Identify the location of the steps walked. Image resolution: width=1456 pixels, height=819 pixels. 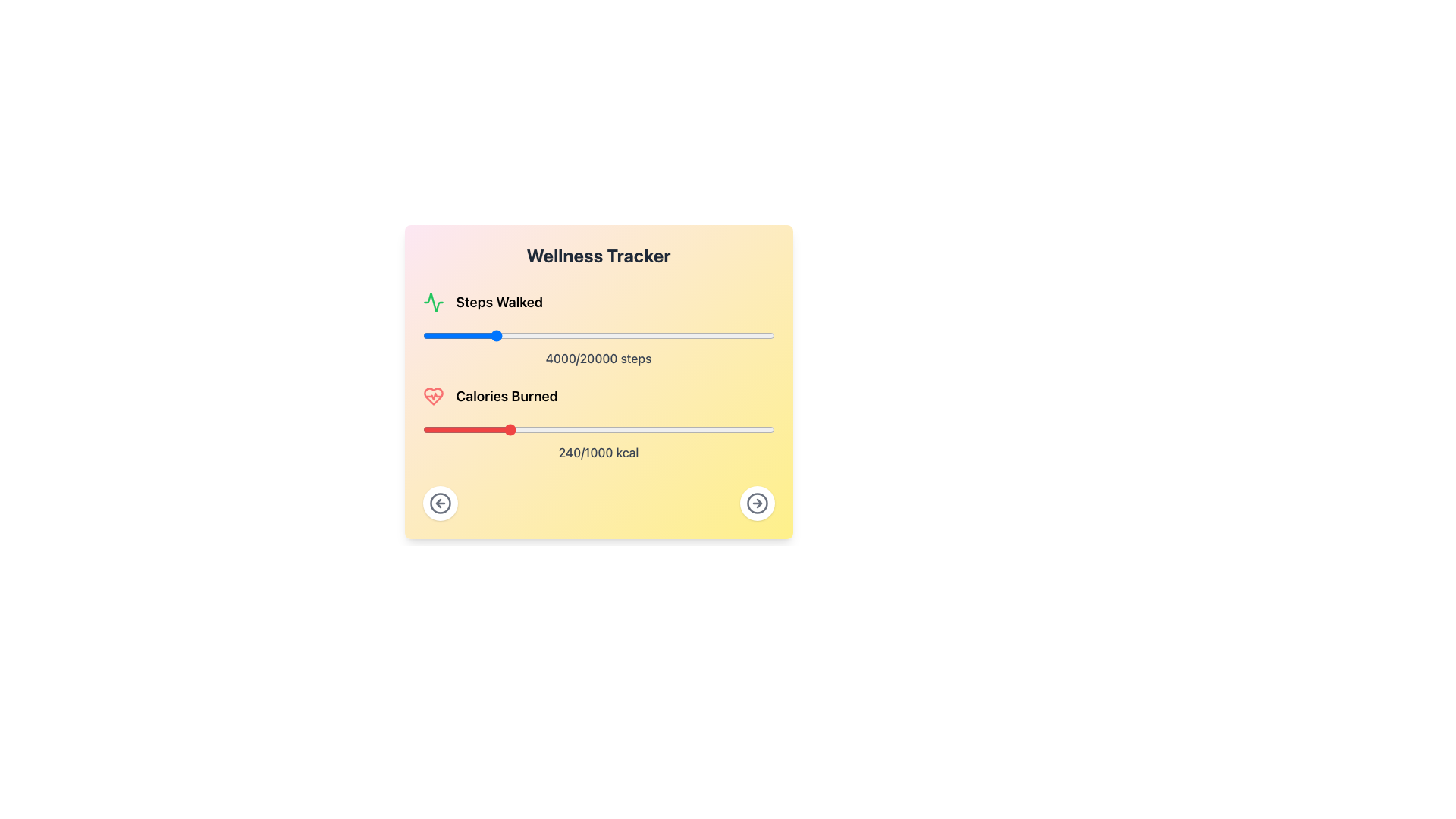
(559, 335).